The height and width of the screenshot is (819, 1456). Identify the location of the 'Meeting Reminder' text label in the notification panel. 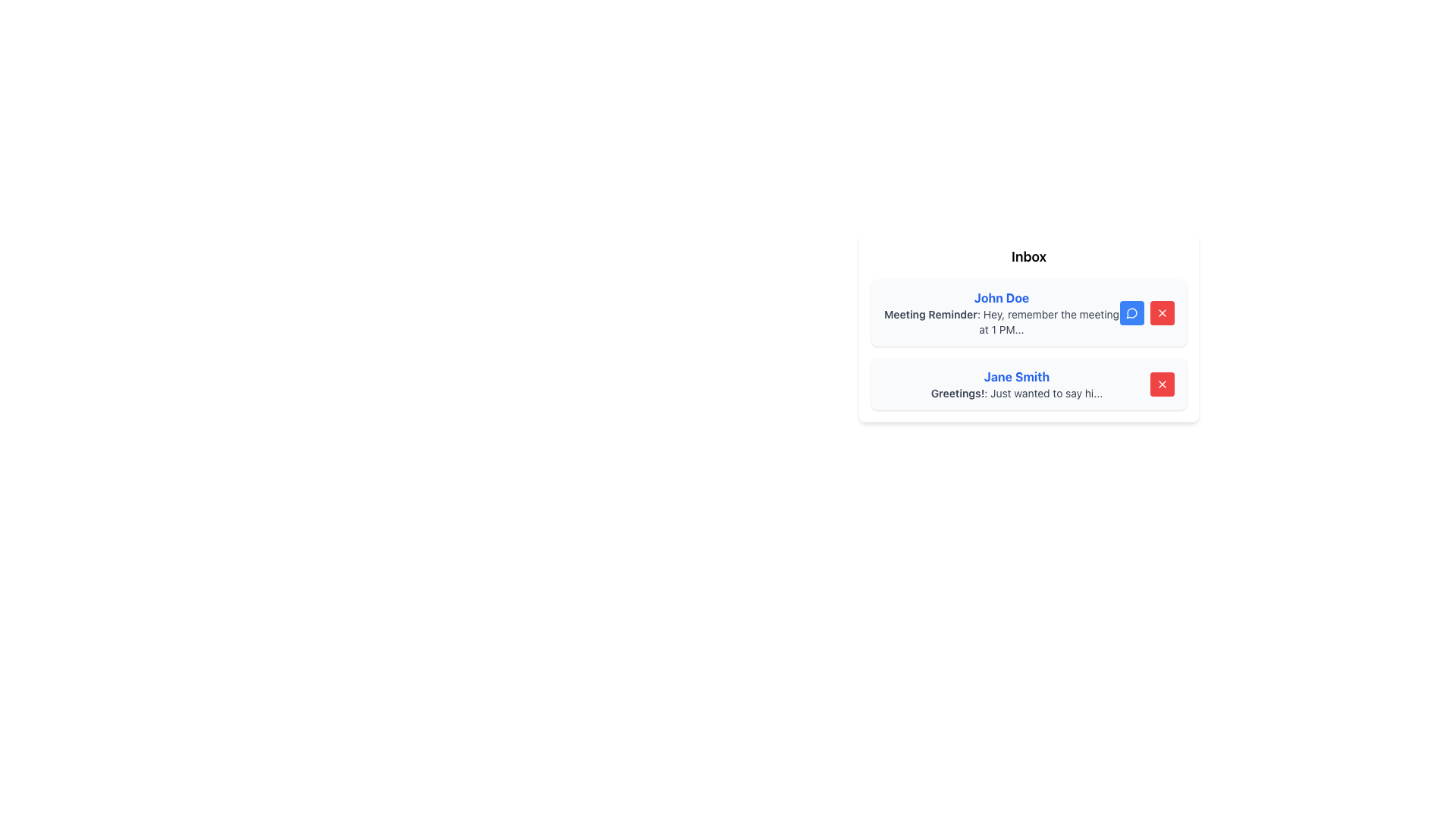
(930, 313).